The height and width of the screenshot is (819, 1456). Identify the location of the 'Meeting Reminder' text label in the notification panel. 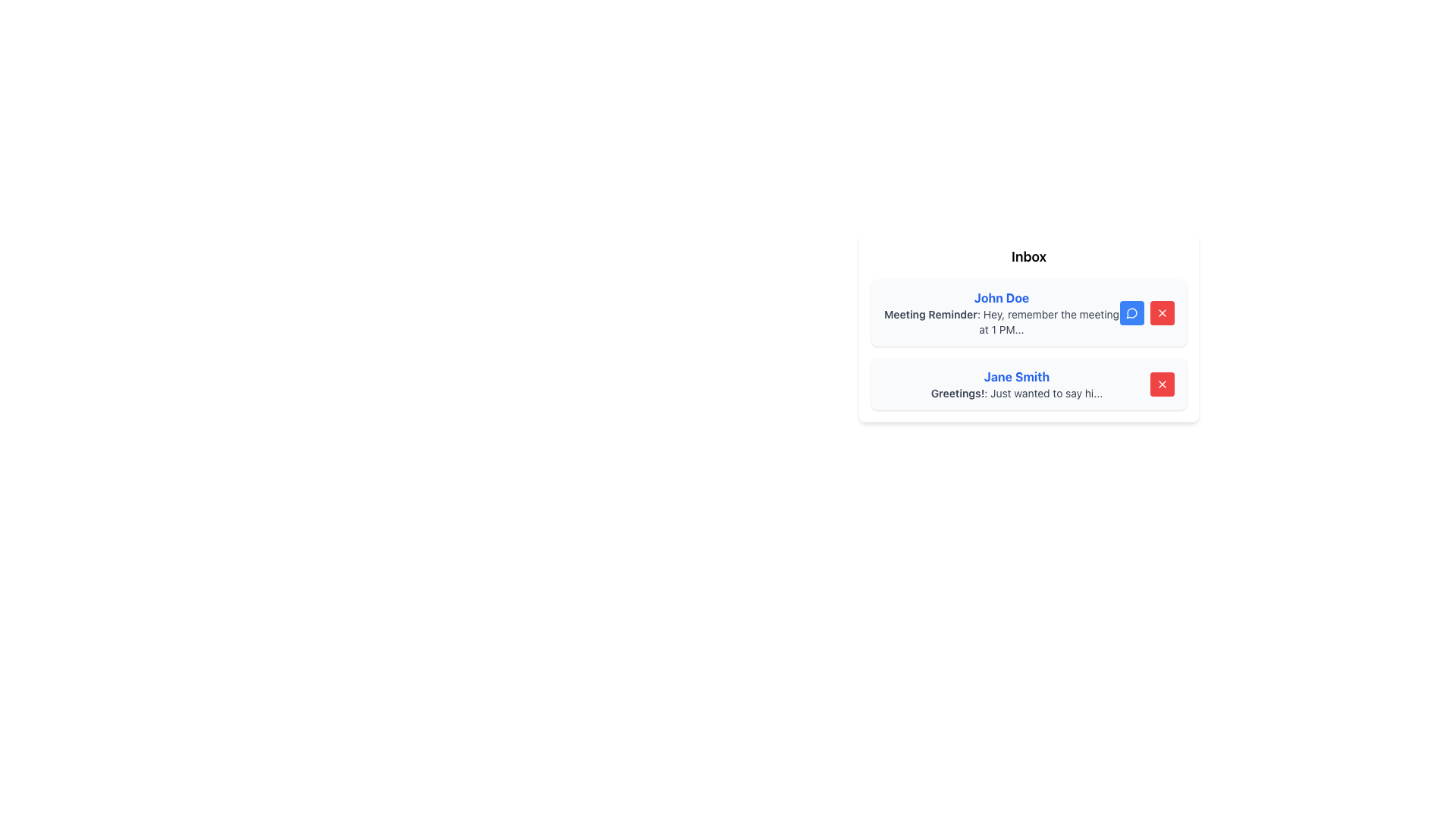
(930, 313).